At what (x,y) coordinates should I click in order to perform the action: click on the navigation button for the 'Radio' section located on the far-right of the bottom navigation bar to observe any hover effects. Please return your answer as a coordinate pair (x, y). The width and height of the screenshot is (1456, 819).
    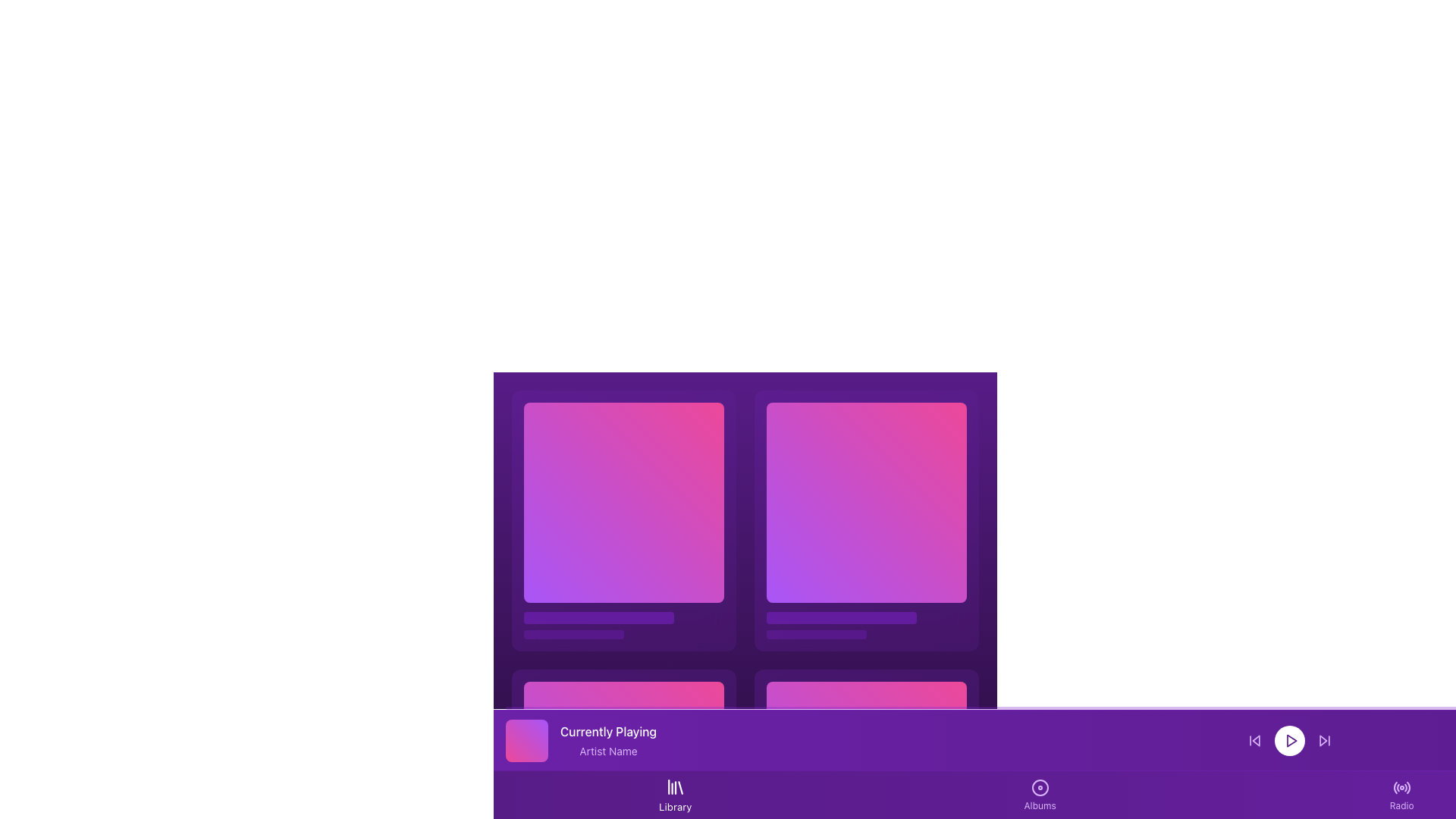
    Looking at the image, I should click on (1401, 794).